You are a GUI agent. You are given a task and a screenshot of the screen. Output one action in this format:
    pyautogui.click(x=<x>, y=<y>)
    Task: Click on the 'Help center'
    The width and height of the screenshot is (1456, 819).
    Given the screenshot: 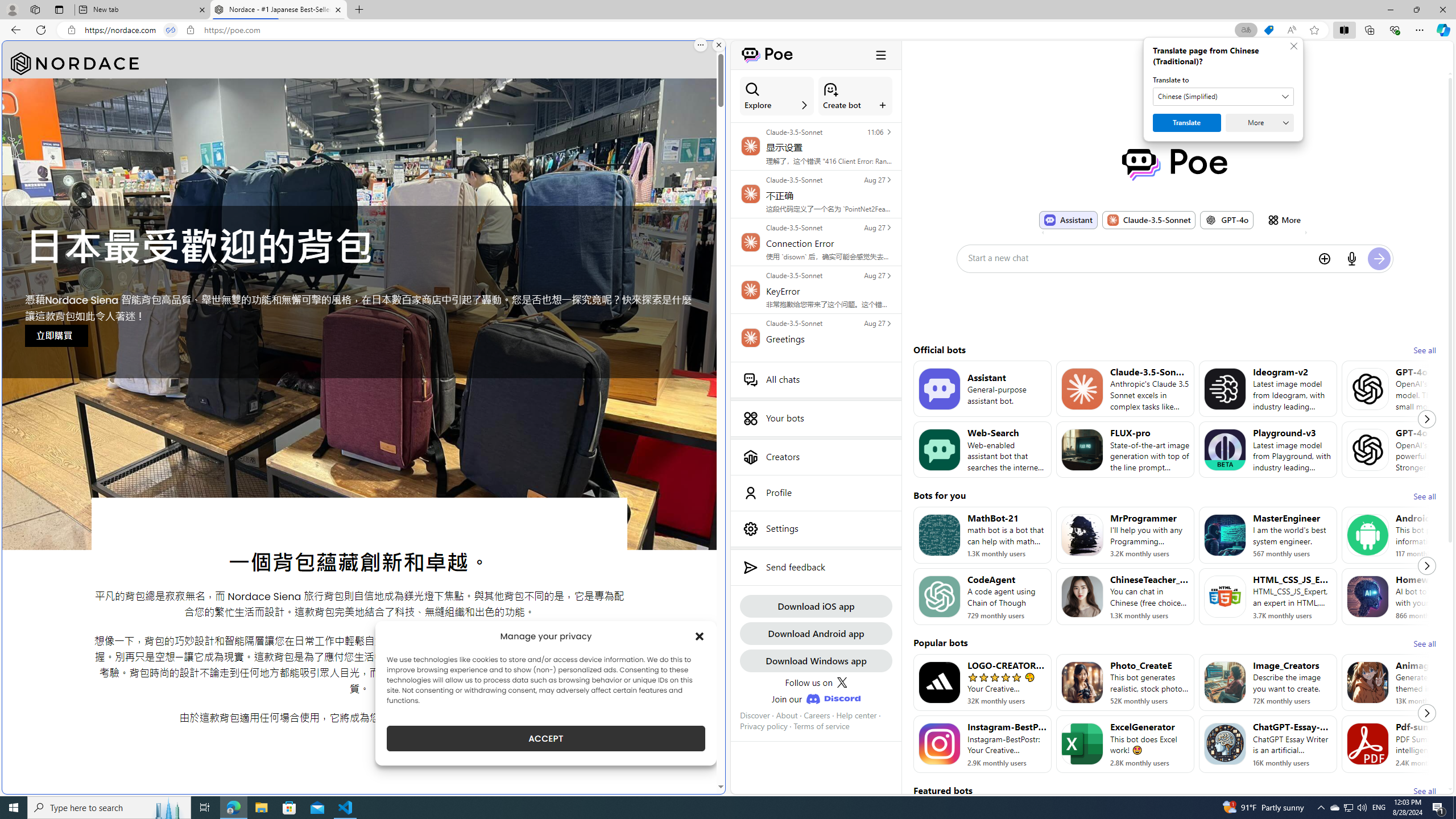 What is the action you would take?
    pyautogui.click(x=855, y=714)
    